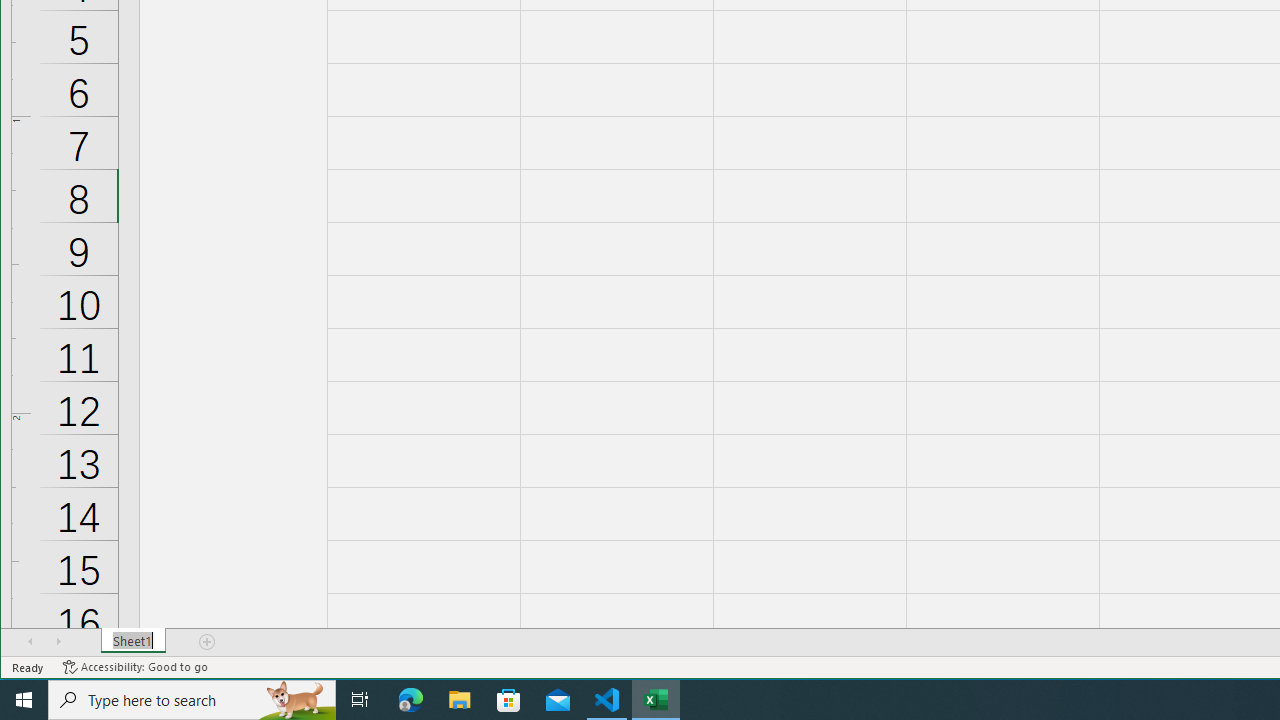 This screenshot has width=1280, height=720. I want to click on 'Search highlights icon opens search home window', so click(294, 698).